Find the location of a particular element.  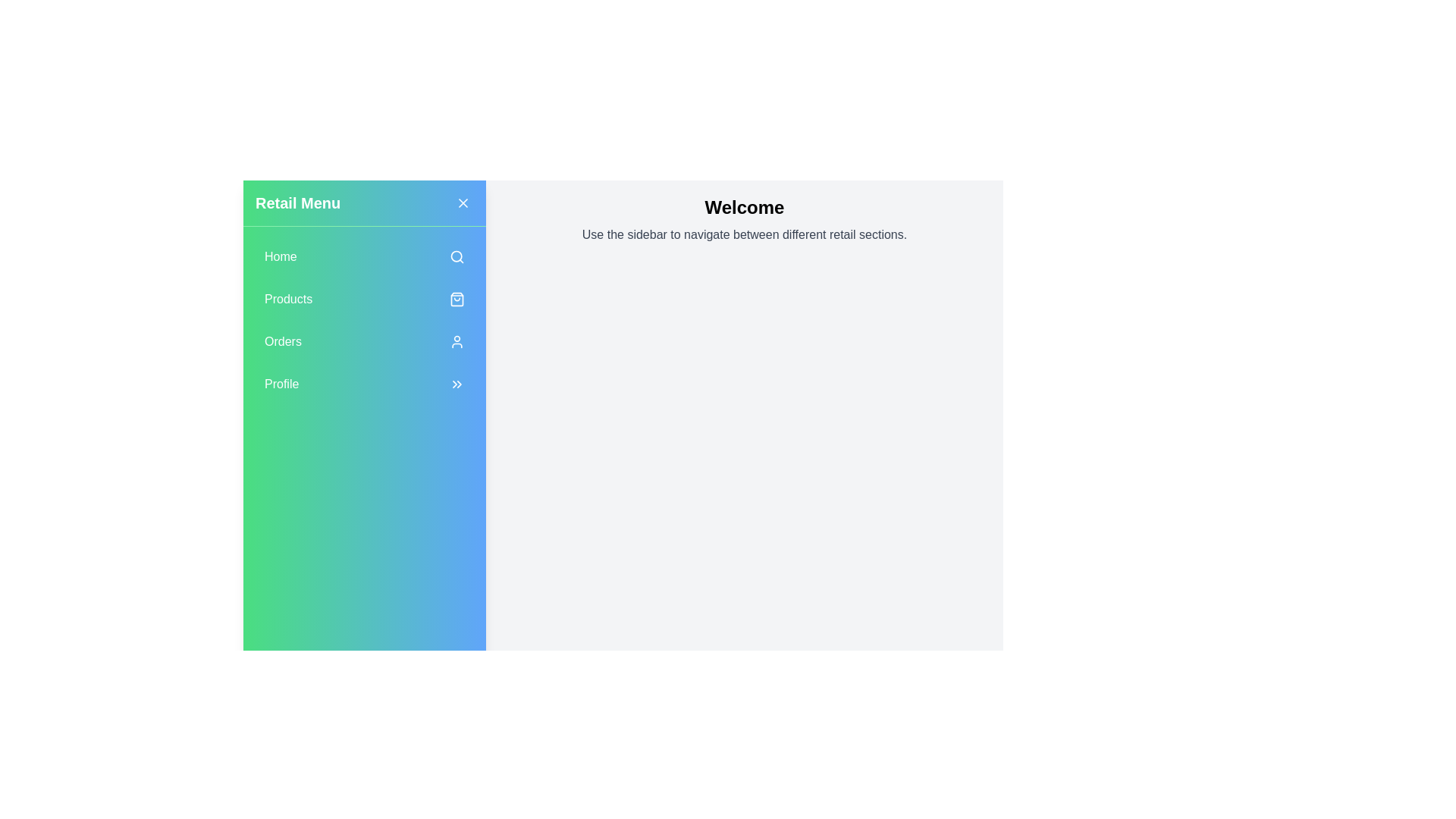

the search icon located to the right of the 'Home' option in the 'Retail Menu' sidebar is located at coordinates (457, 256).